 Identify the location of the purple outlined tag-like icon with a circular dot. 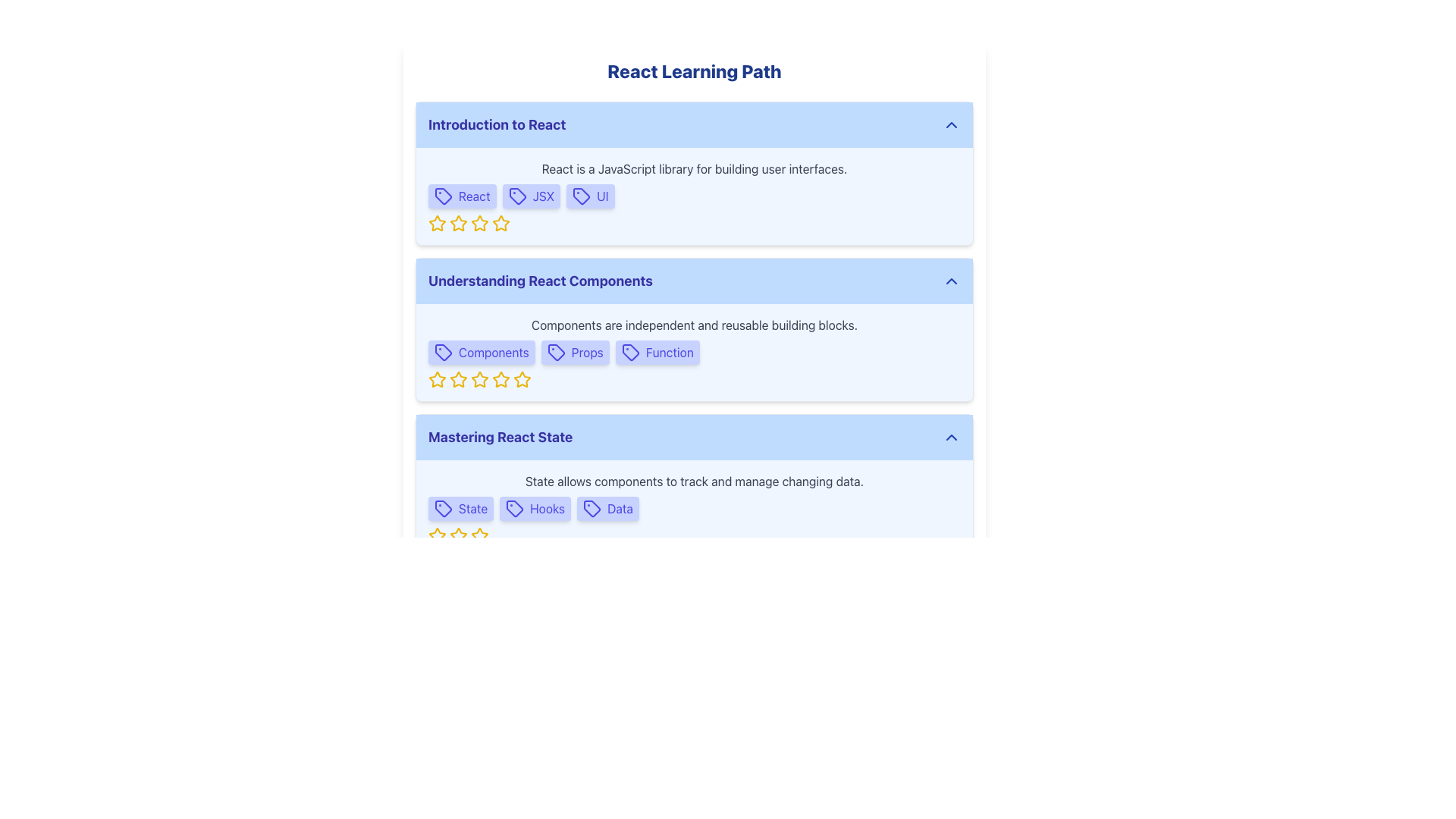
(630, 353).